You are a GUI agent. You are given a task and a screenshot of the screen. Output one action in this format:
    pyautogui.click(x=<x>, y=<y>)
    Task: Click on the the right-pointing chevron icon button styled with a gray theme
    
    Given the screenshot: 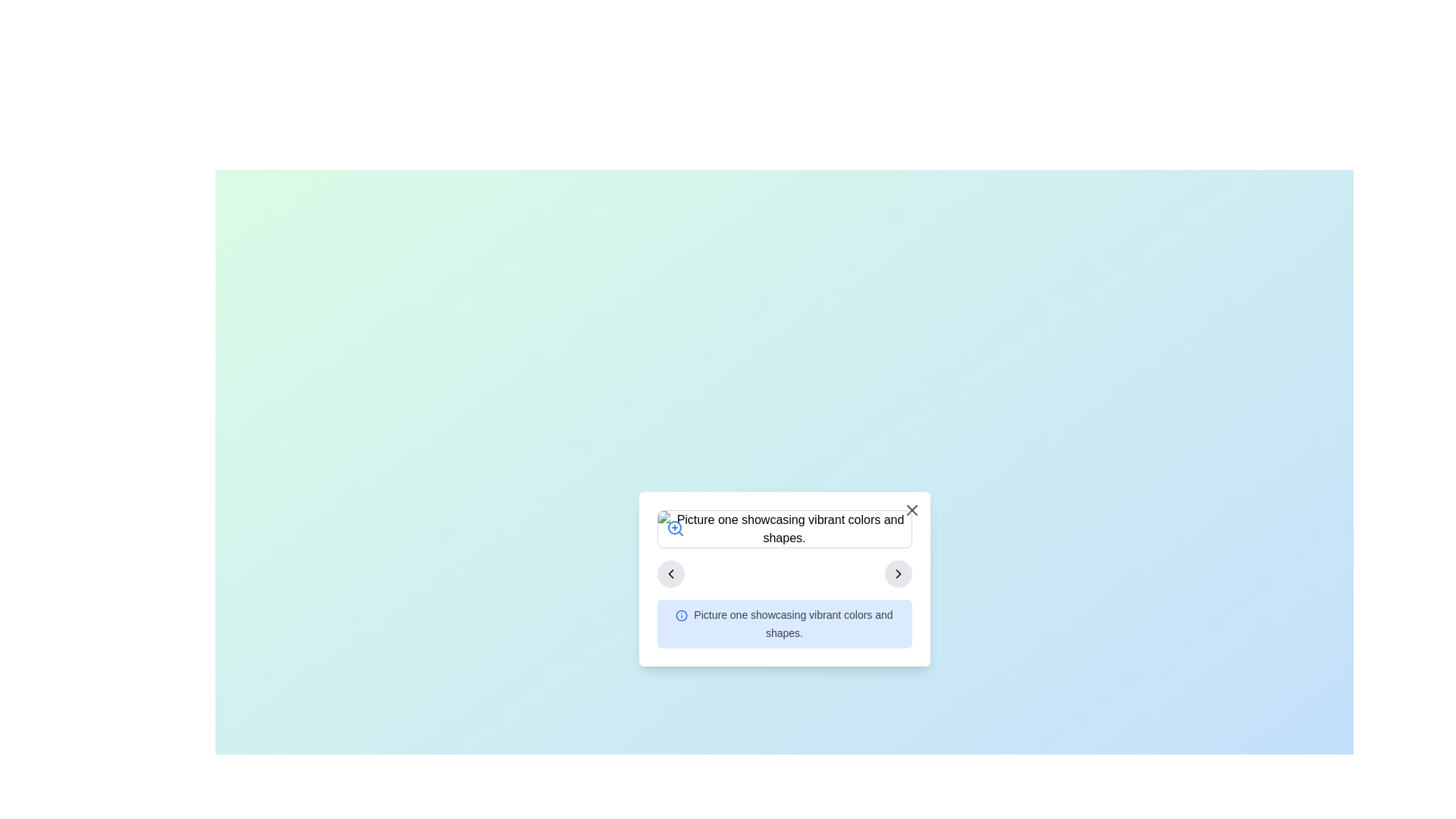 What is the action you would take?
    pyautogui.click(x=898, y=573)
    